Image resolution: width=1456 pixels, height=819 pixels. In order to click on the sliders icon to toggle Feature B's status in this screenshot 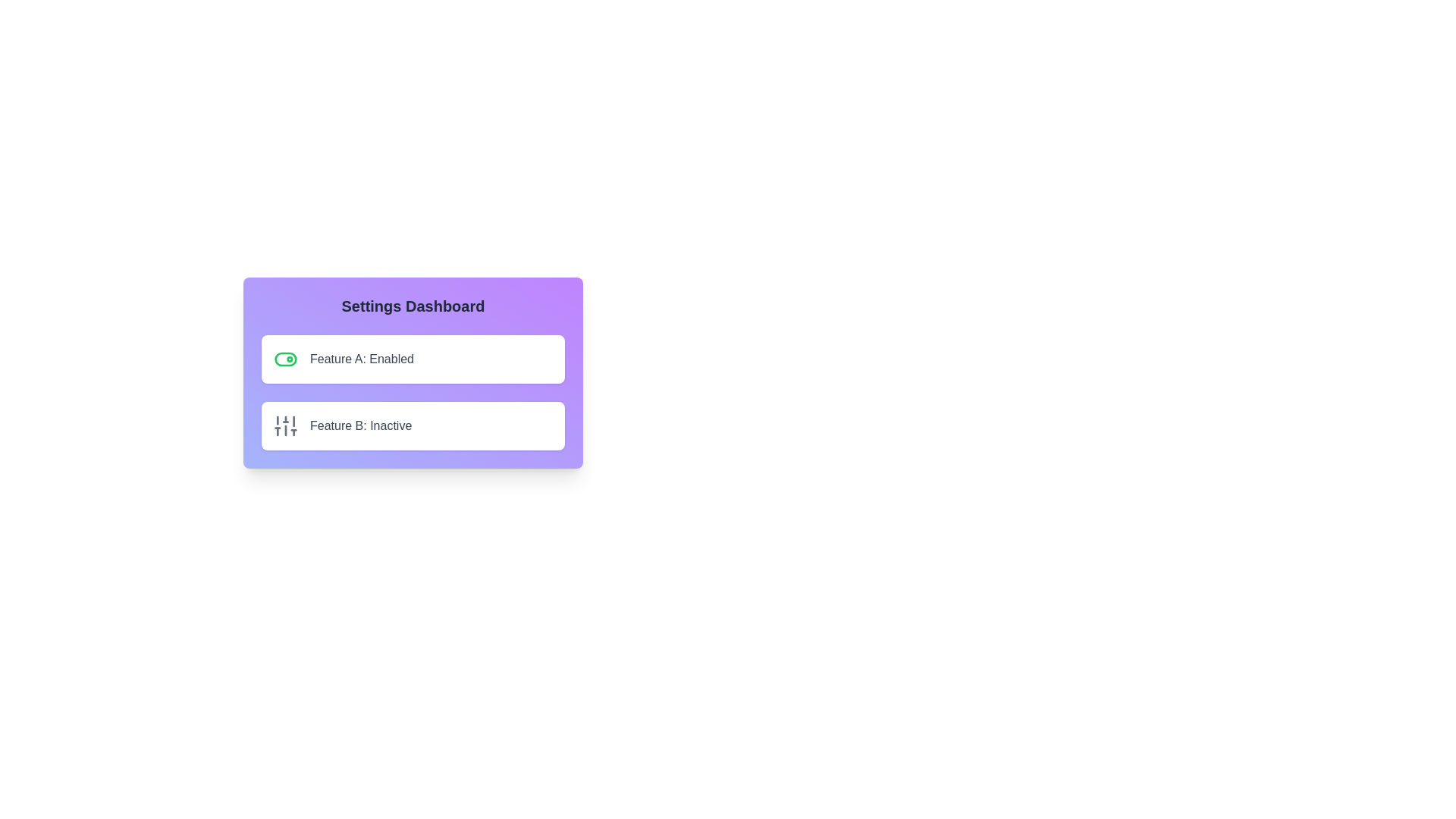, I will do `click(286, 426)`.